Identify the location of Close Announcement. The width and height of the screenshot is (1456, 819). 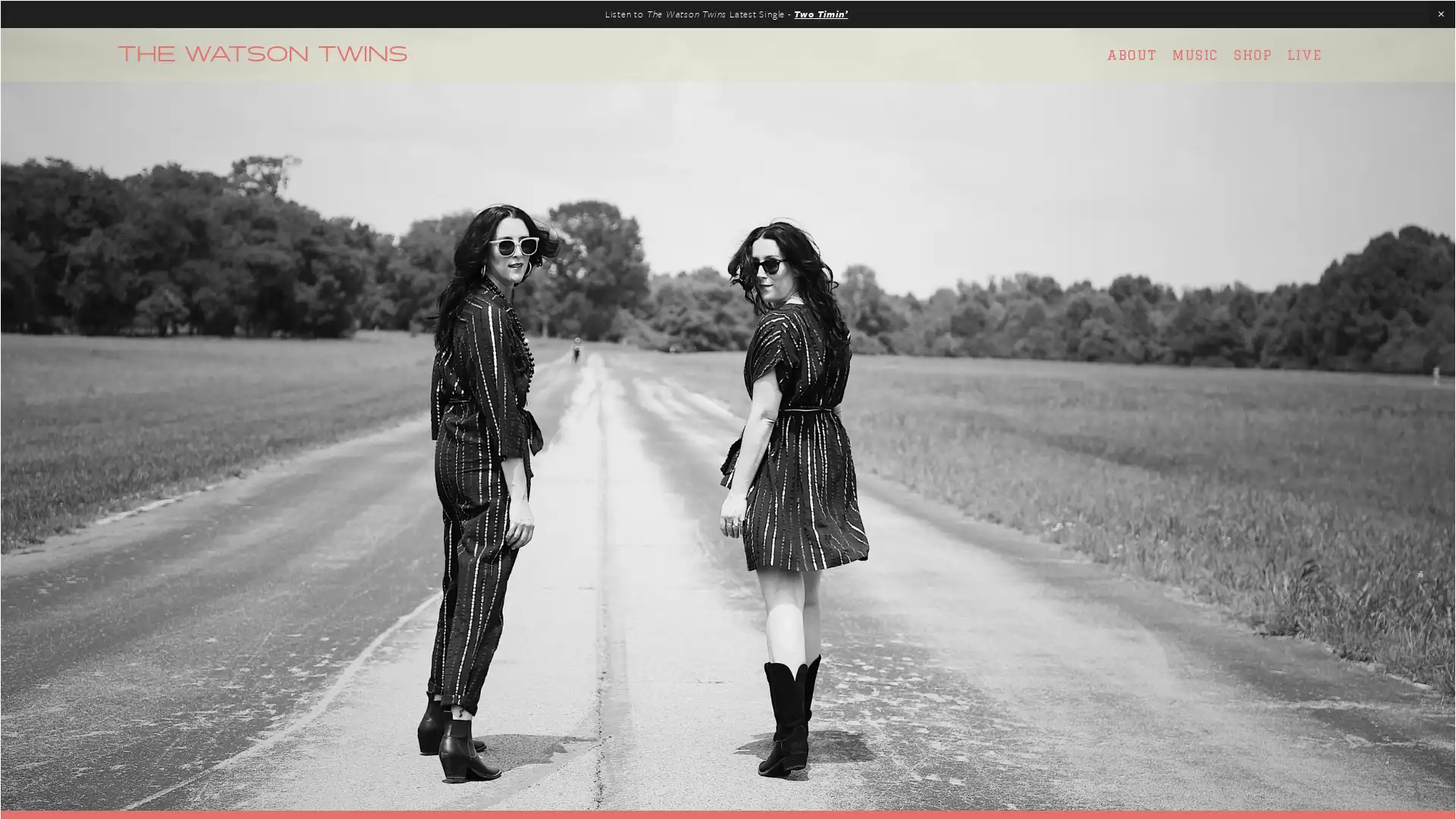
(1440, 14).